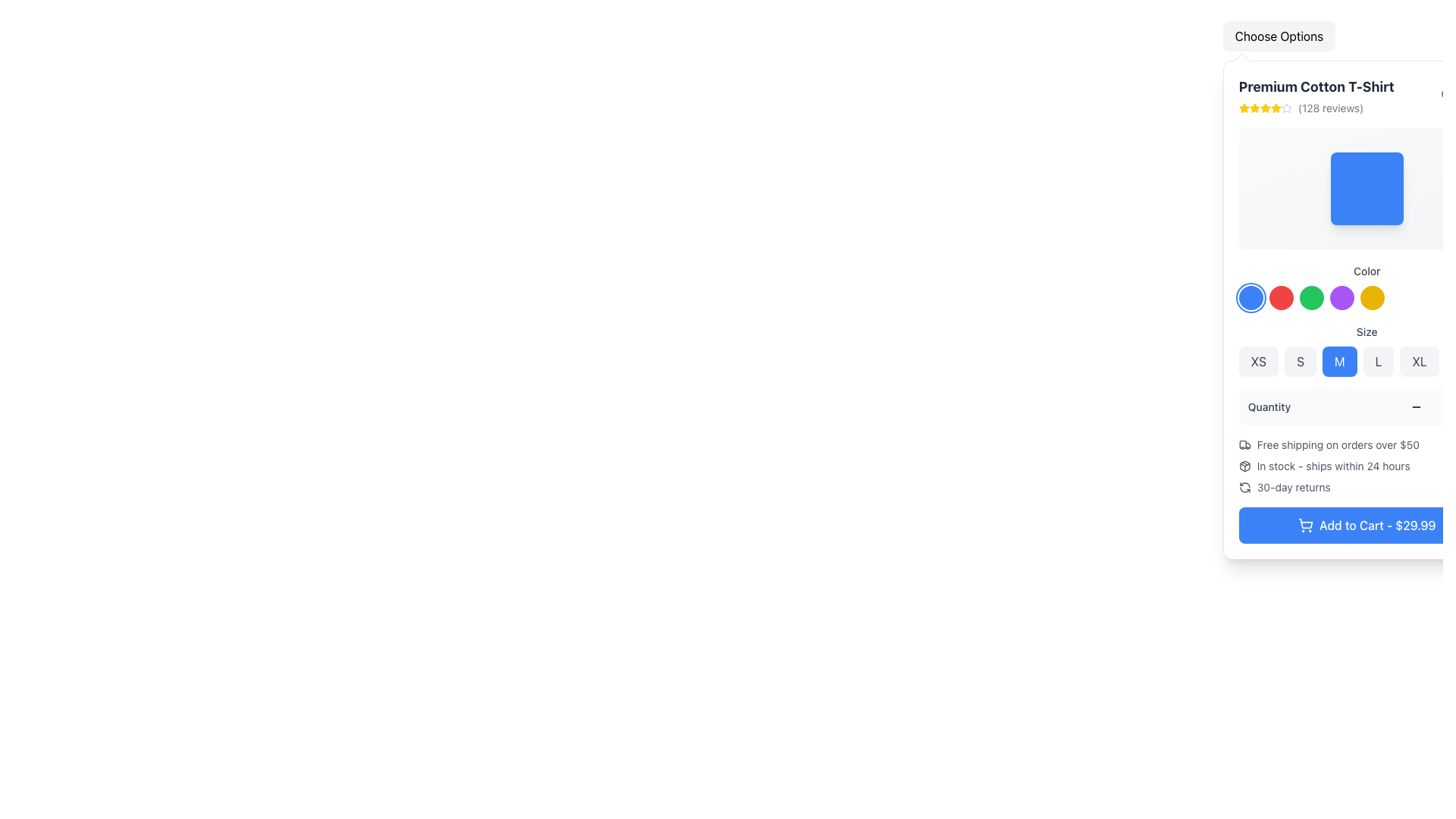 Image resolution: width=1456 pixels, height=819 pixels. I want to click on the static text label displaying '30-day returns' with gray font style, located above the 'Add to Cart' button in the product details card, so click(1293, 488).